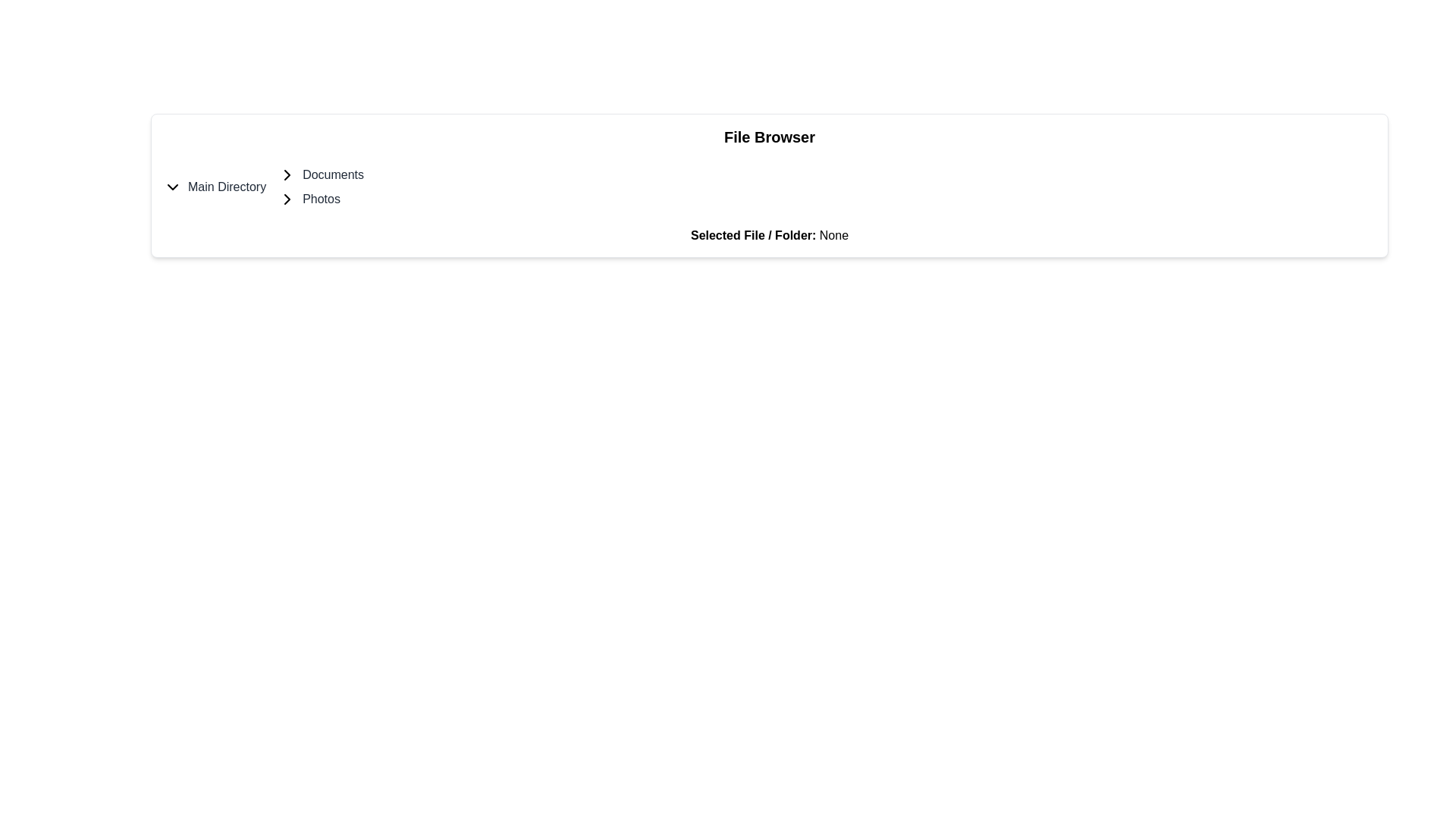  I want to click on the 'Documents' button or menu item label, so click(320, 174).